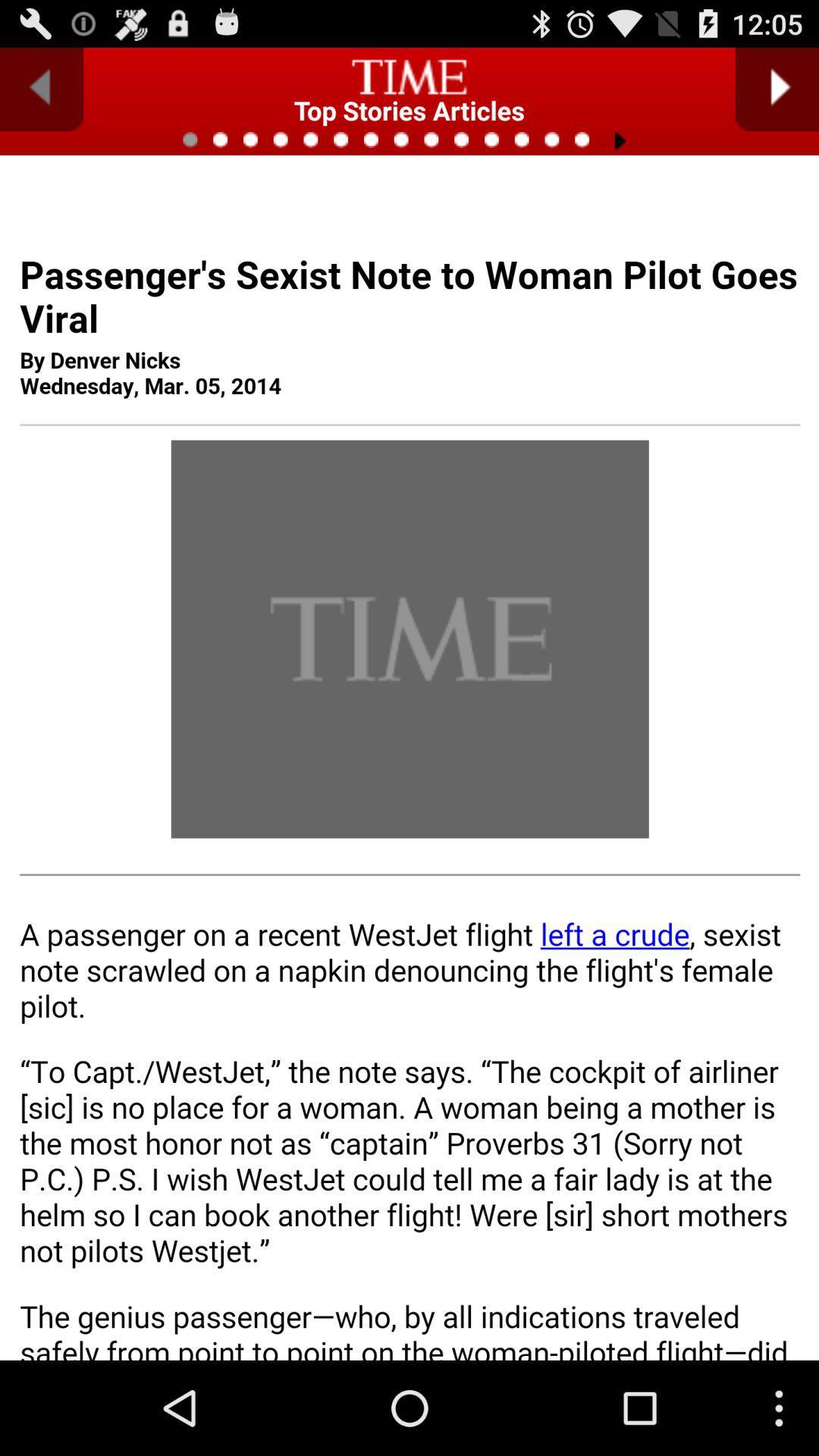 The width and height of the screenshot is (819, 1456). What do you see at coordinates (409, 807) in the screenshot?
I see `advertisement` at bounding box center [409, 807].